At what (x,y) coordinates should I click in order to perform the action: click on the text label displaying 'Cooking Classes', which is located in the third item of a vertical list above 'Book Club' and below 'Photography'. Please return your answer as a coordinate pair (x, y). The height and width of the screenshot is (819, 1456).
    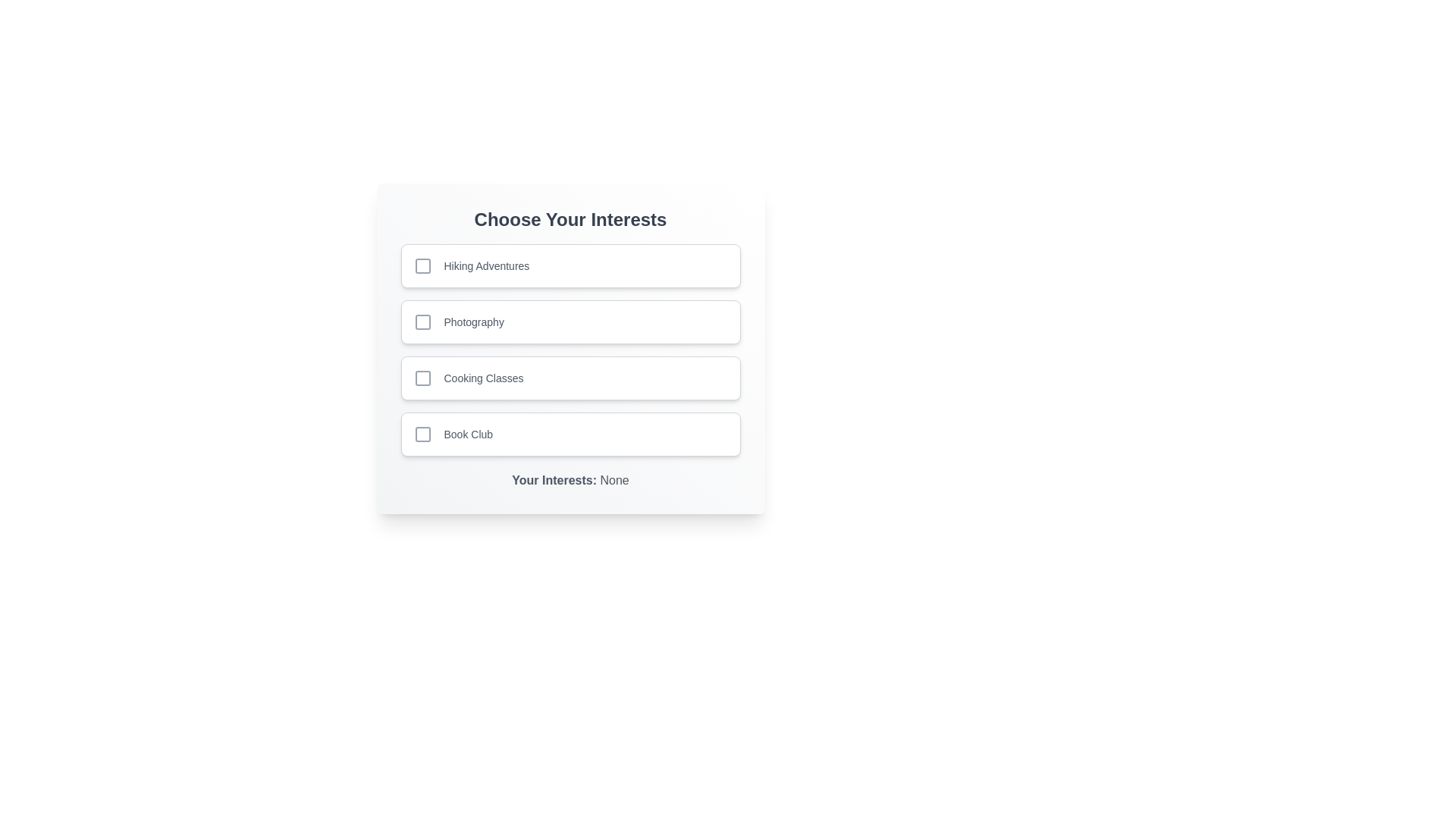
    Looking at the image, I should click on (483, 377).